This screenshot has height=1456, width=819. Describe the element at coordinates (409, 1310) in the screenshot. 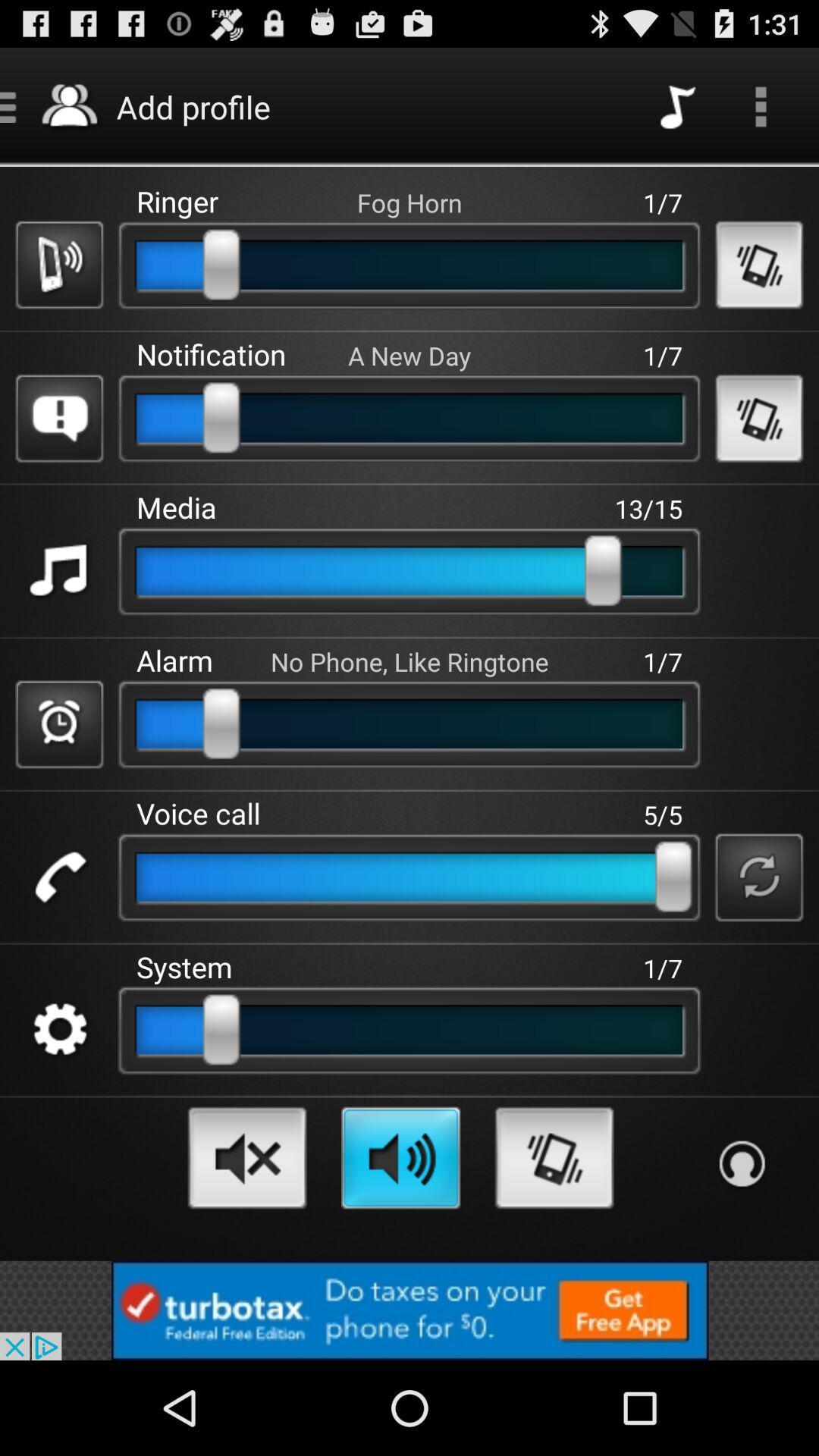

I see `switch advertisement link` at that location.